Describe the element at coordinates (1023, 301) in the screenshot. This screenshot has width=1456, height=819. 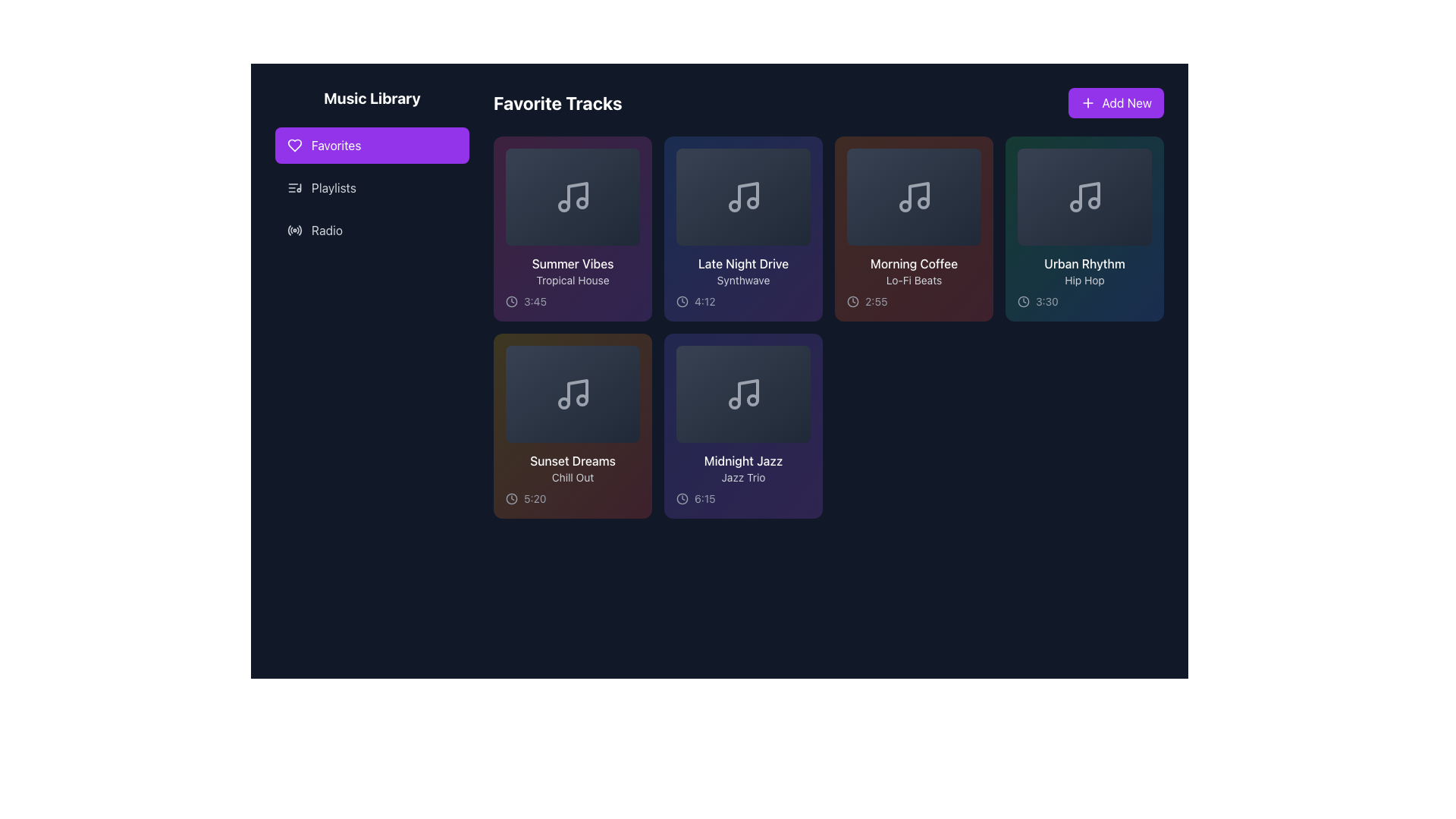
I see `the outer boundary of the clock icon located in the bottom left corner of the 'Urban Rhythm' card in the Favorite Tracks section` at that location.